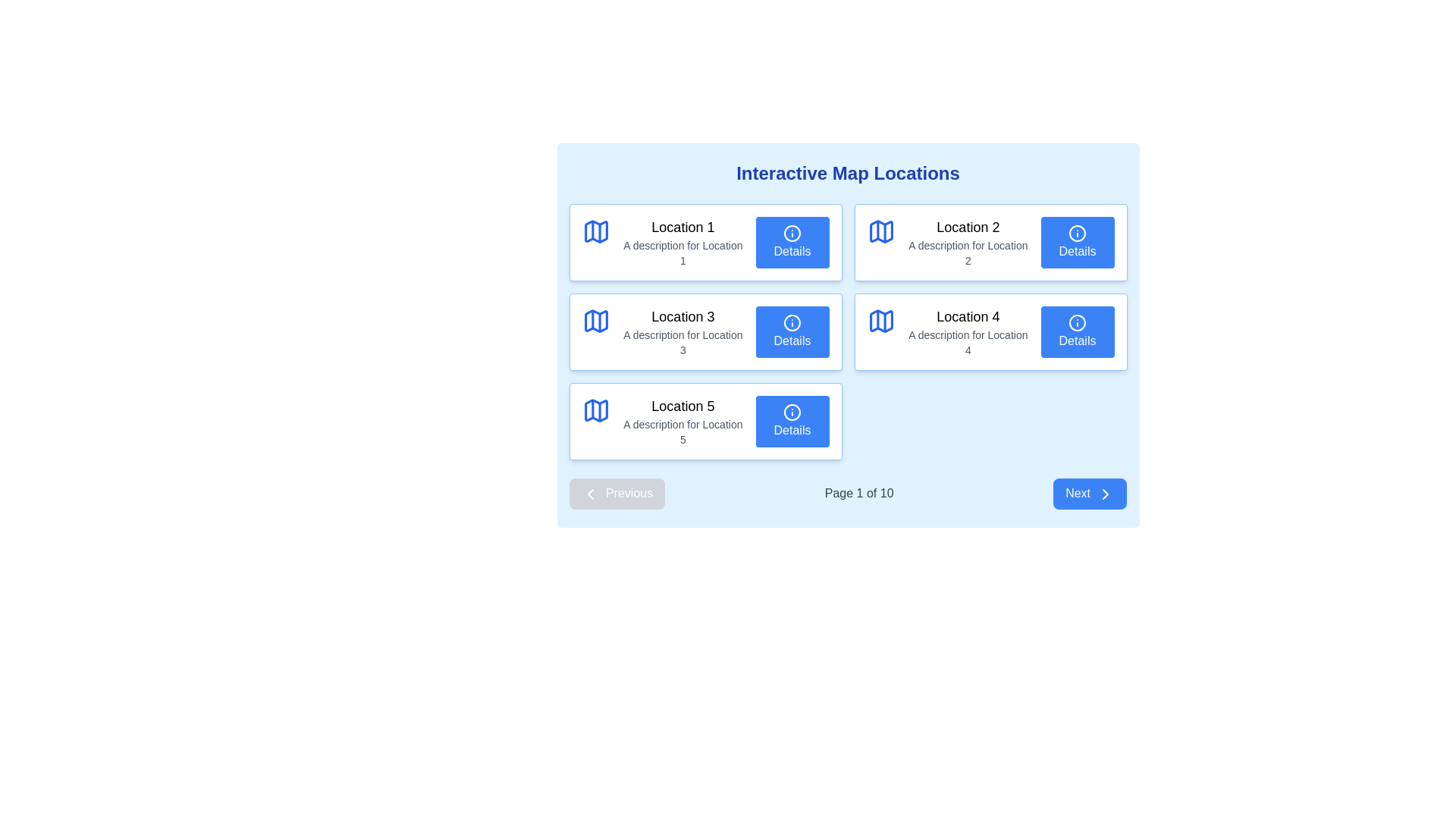  Describe the element at coordinates (595, 321) in the screenshot. I see `the icon resembling a map located in the third box ('Location 3') of the grid layout, specifically positioned in the second row, first column` at that location.